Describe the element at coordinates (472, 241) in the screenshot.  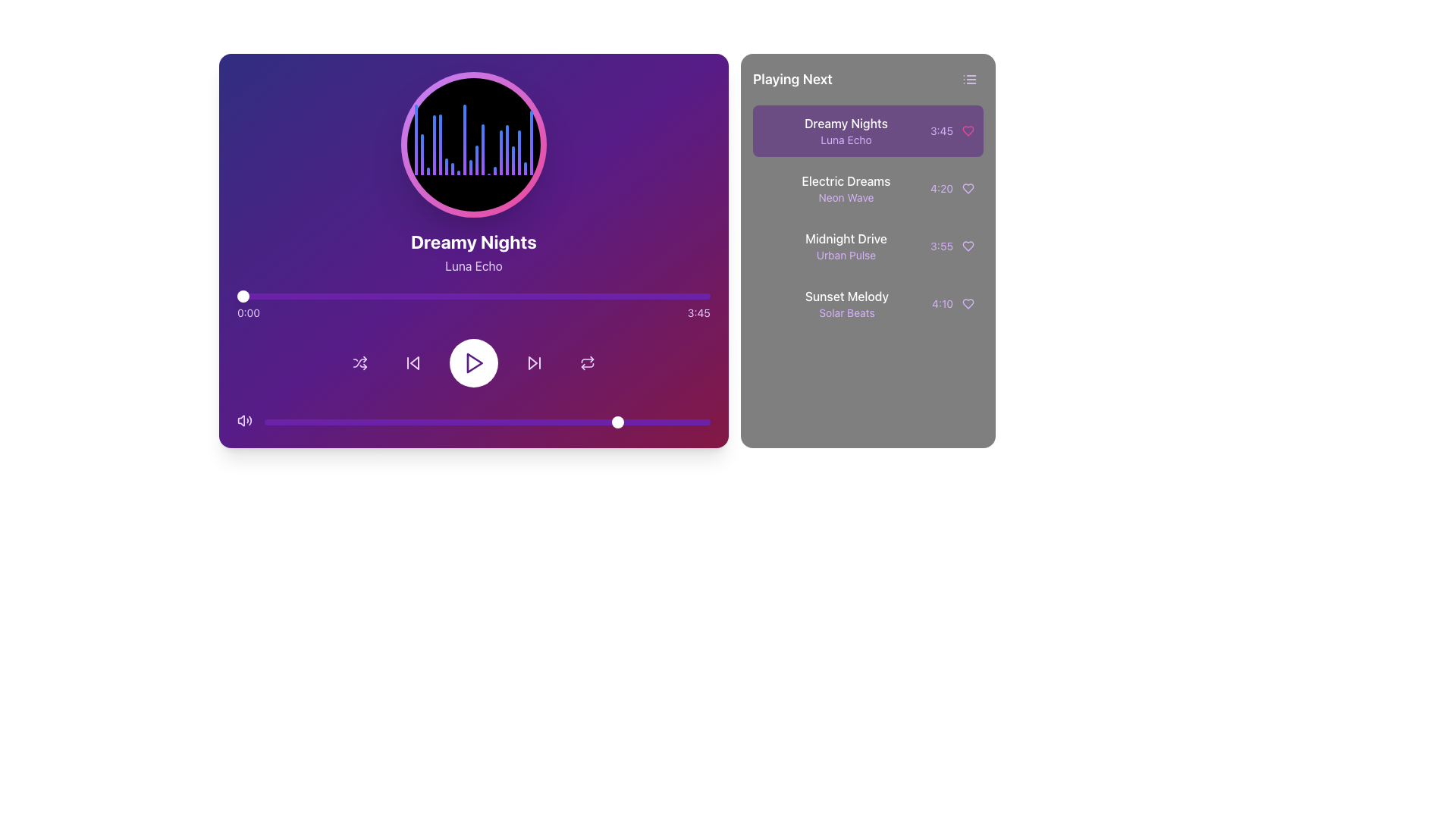
I see `the static text label that displays the title of the currently playing track, located in the main display region of the music player interface, directly below the circular visualizer and above the subtitle 'Luna Echo'` at that location.